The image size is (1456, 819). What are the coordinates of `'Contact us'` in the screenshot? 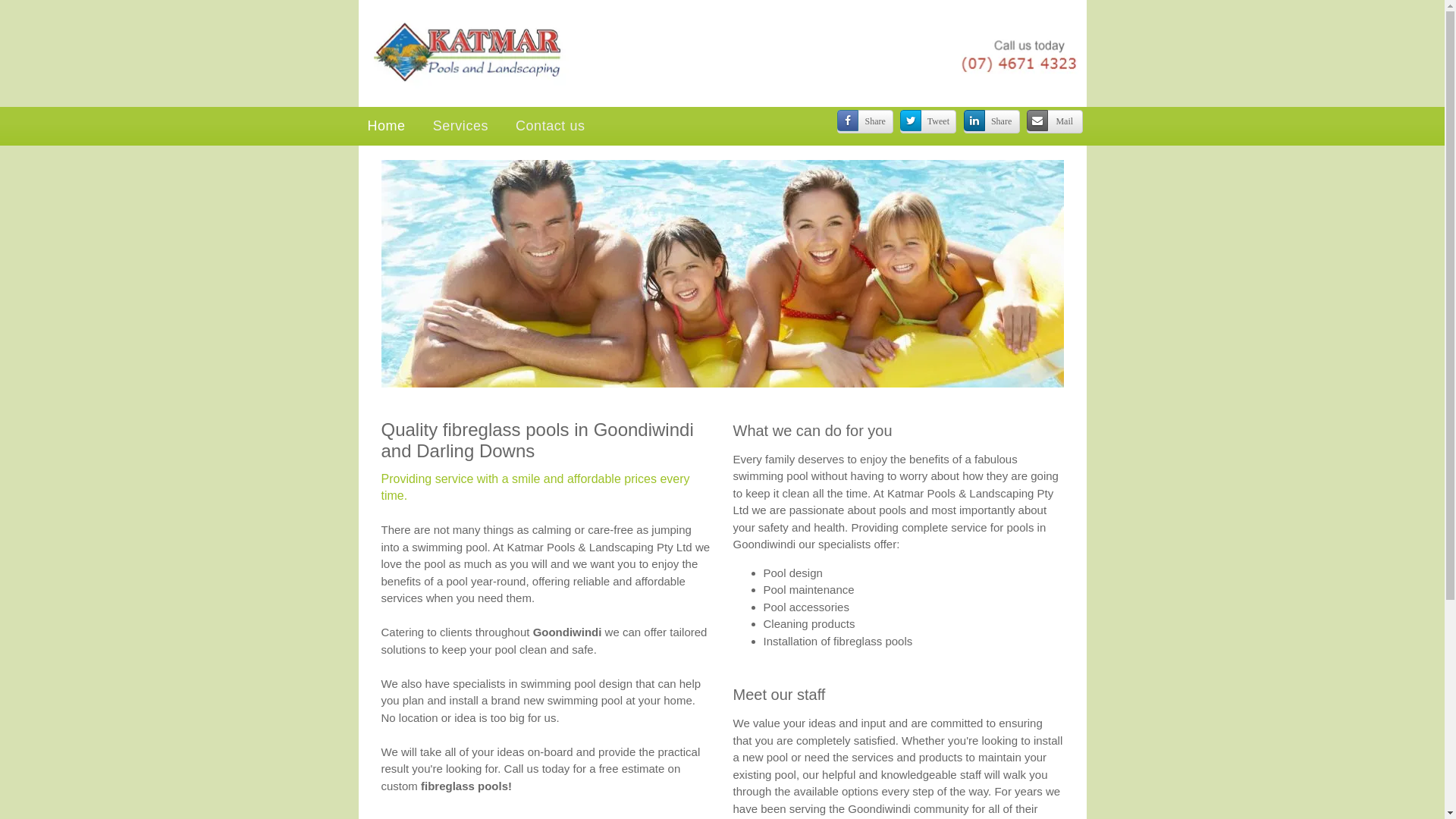 It's located at (549, 125).